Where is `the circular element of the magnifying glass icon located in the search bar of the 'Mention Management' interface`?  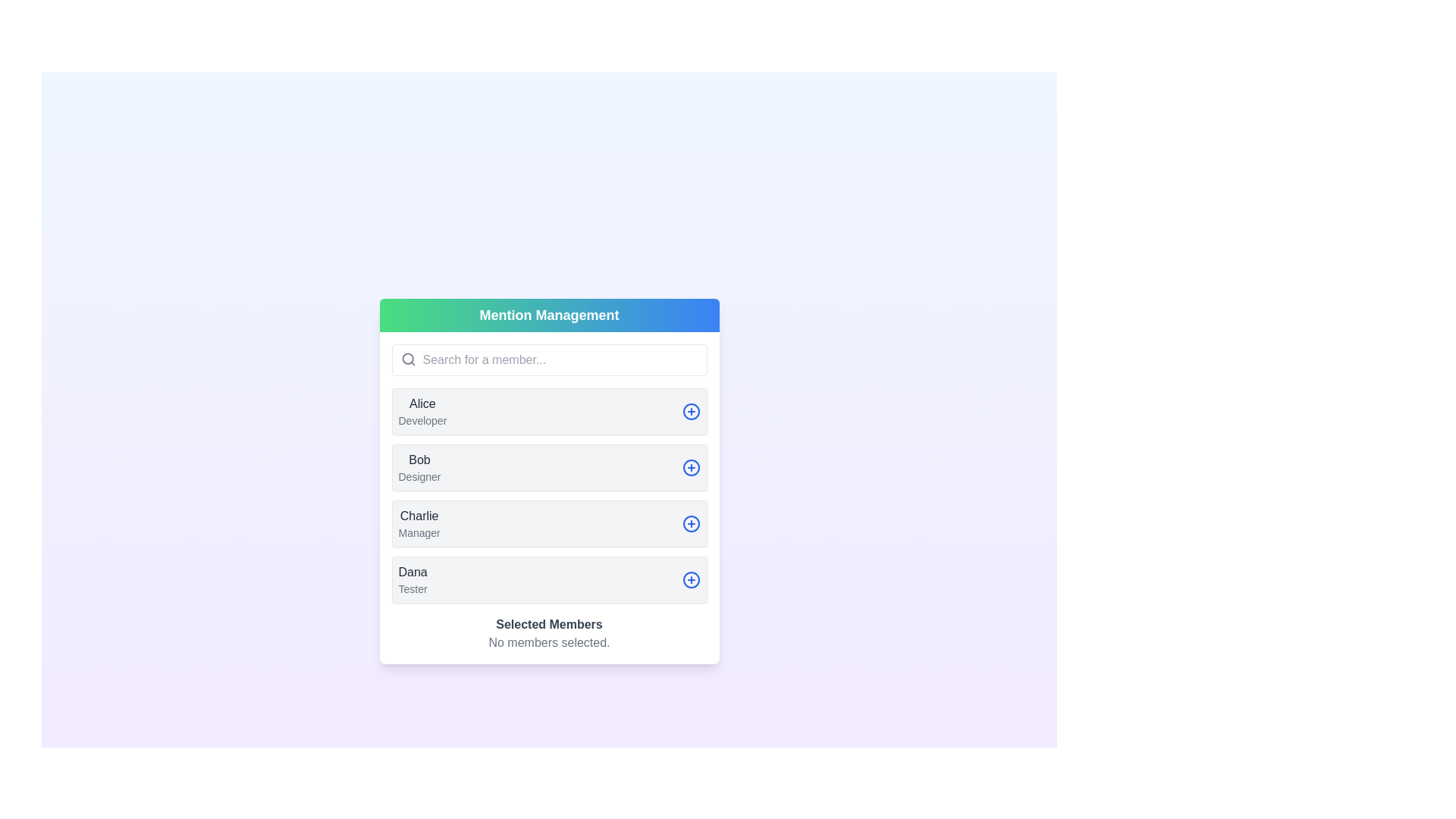
the circular element of the magnifying glass icon located in the search bar of the 'Mention Management' interface is located at coordinates (407, 359).